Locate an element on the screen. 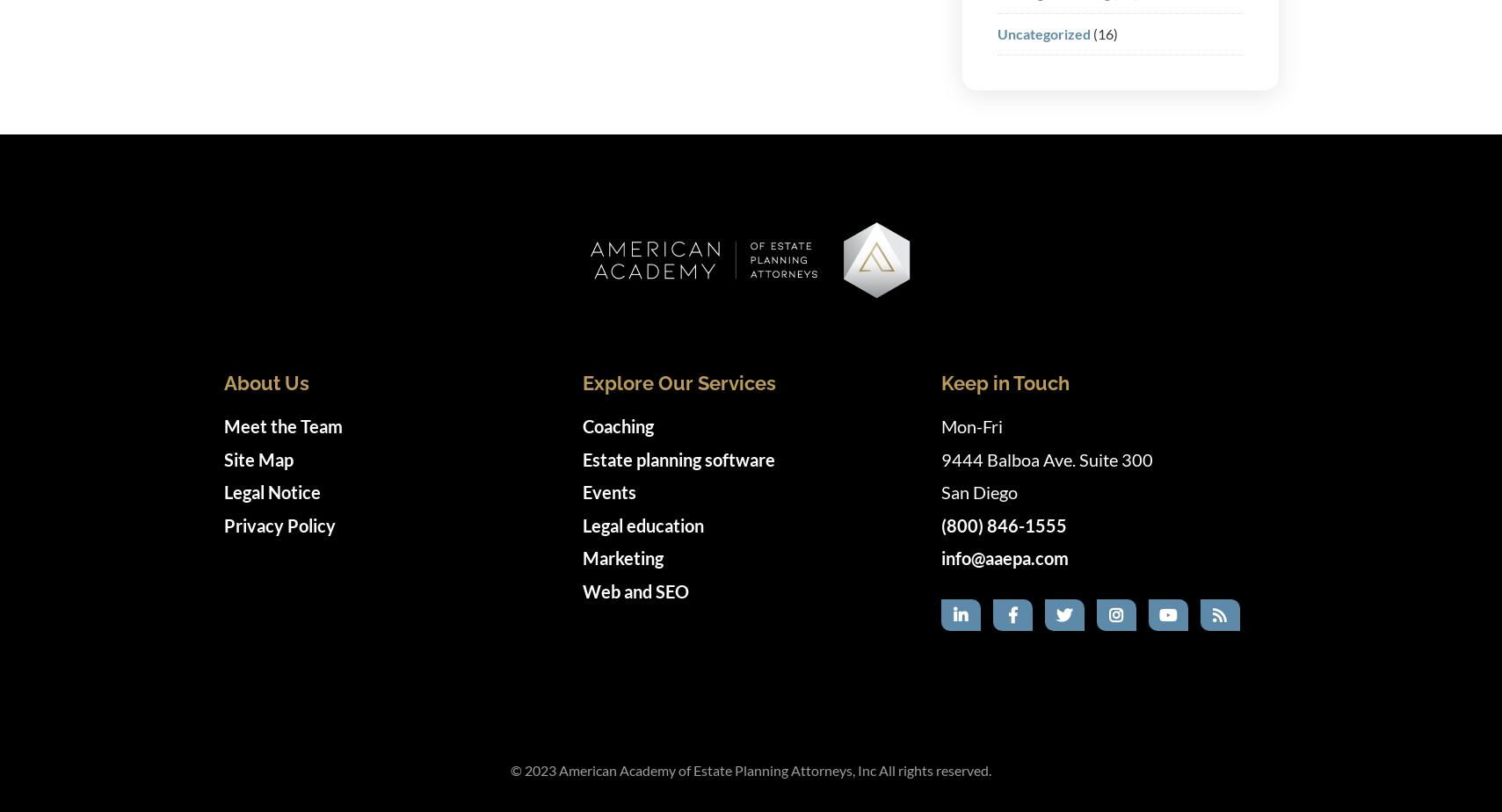  'Keep in Touch' is located at coordinates (1004, 382).